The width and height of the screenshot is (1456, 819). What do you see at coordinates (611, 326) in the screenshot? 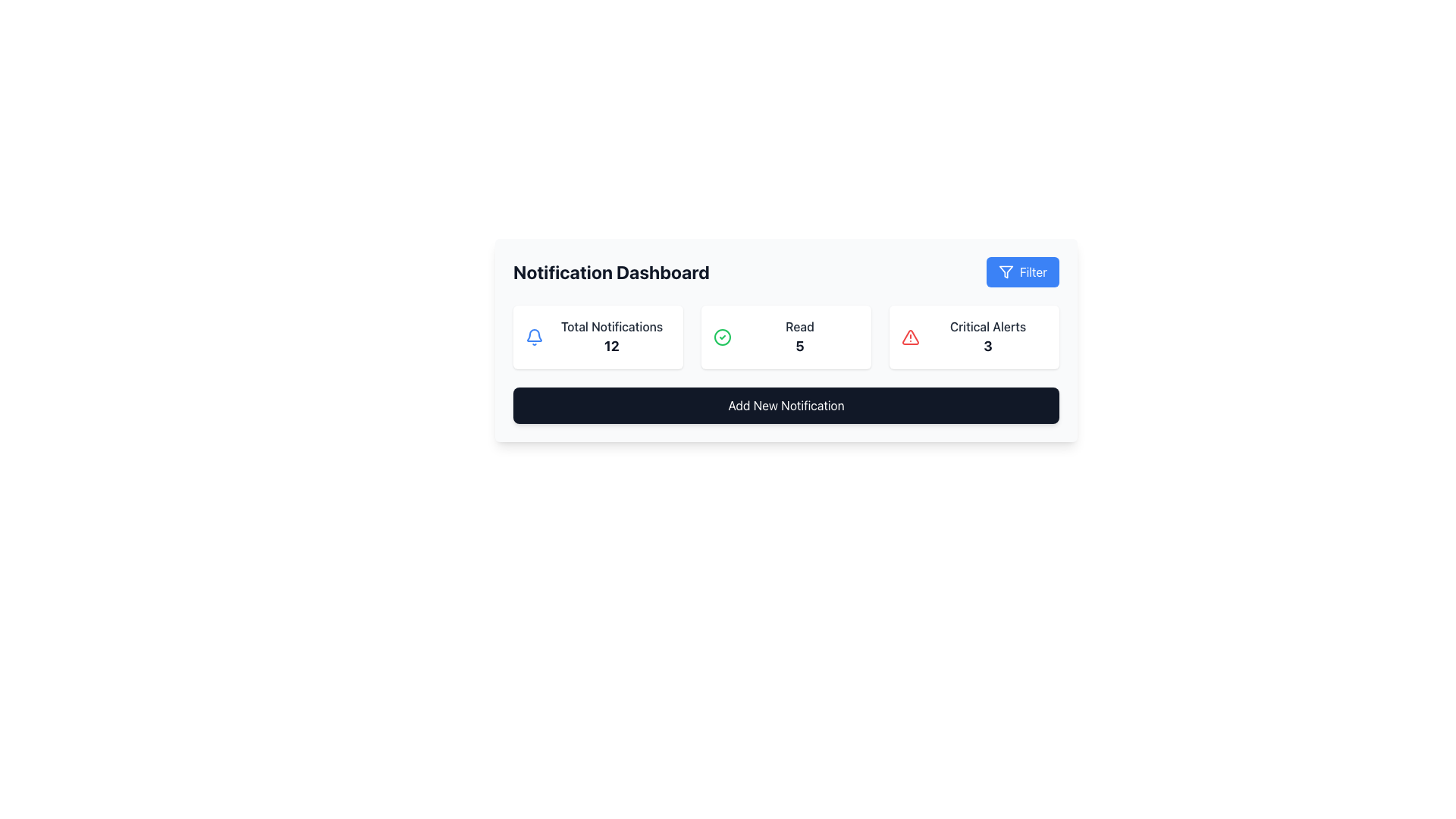
I see `the text label 'Total Notifications' which is styled in medium-sized gray font, located in the upper-left section of the notification metrics box, above the number '12'` at bounding box center [611, 326].